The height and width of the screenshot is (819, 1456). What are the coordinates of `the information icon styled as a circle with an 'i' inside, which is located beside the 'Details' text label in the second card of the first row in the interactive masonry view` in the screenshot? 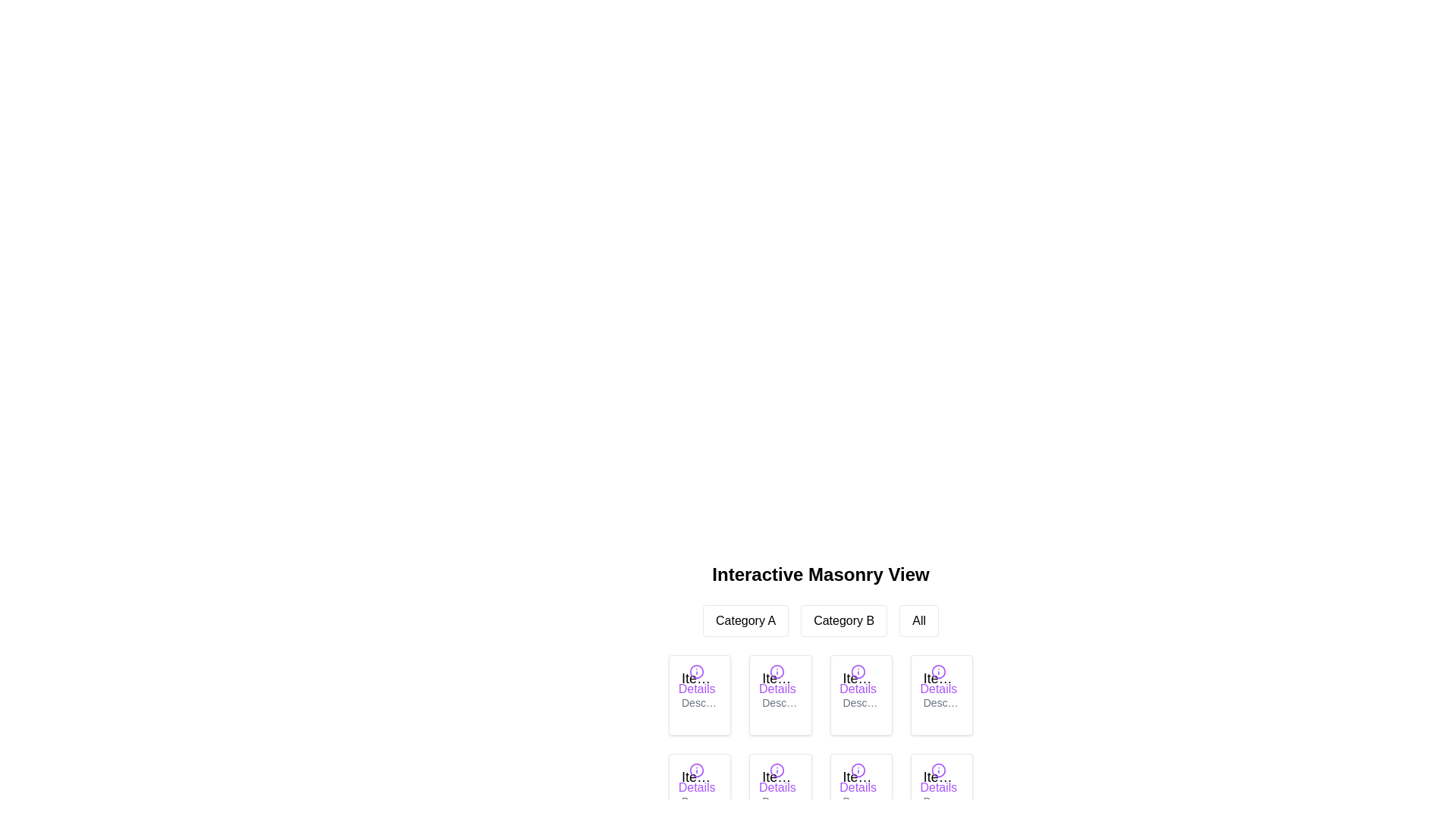 It's located at (777, 670).